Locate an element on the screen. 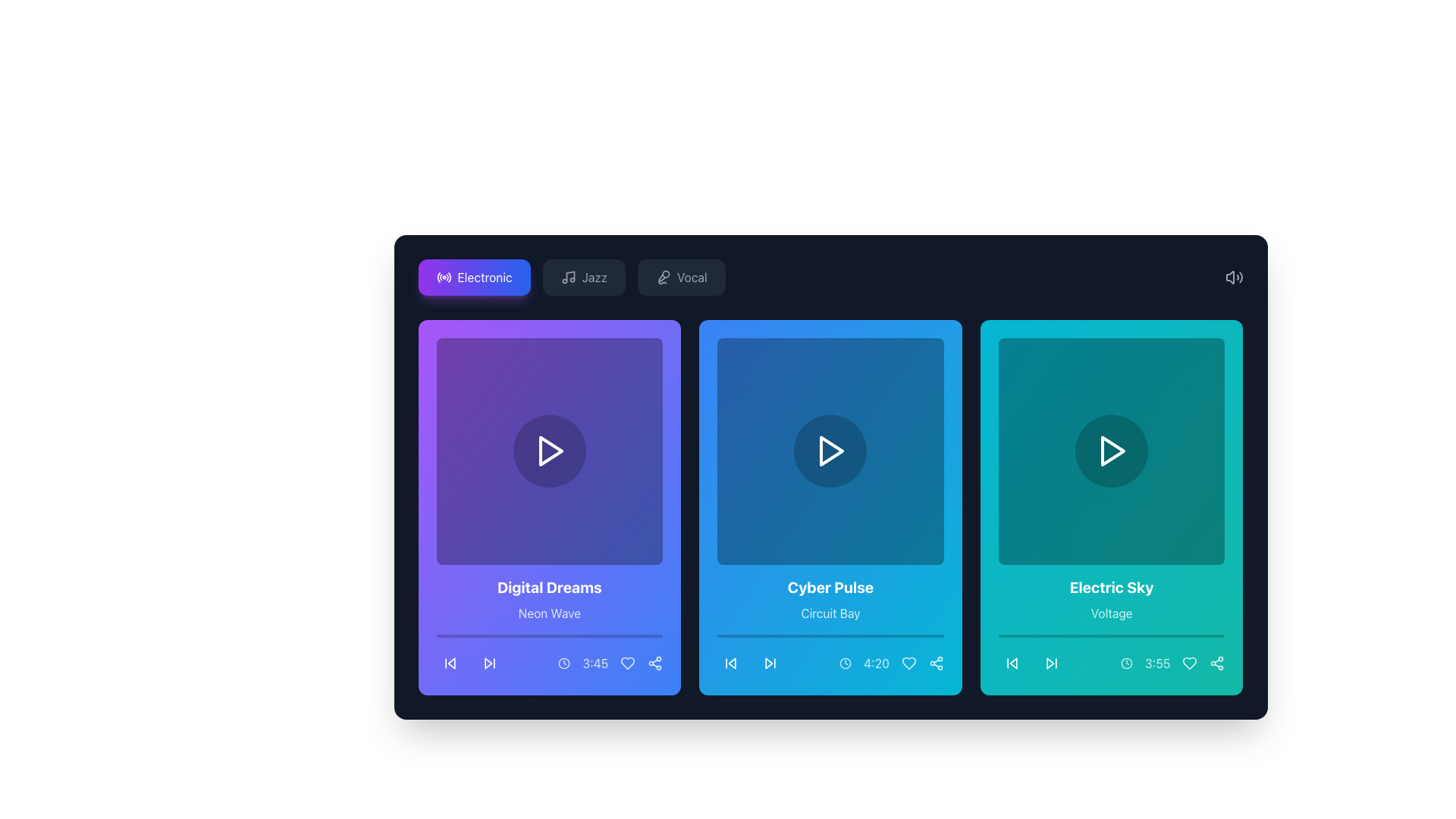 The height and width of the screenshot is (819, 1456). the rewind button located directly below the 'Cyber Pulse' card is located at coordinates (731, 662).